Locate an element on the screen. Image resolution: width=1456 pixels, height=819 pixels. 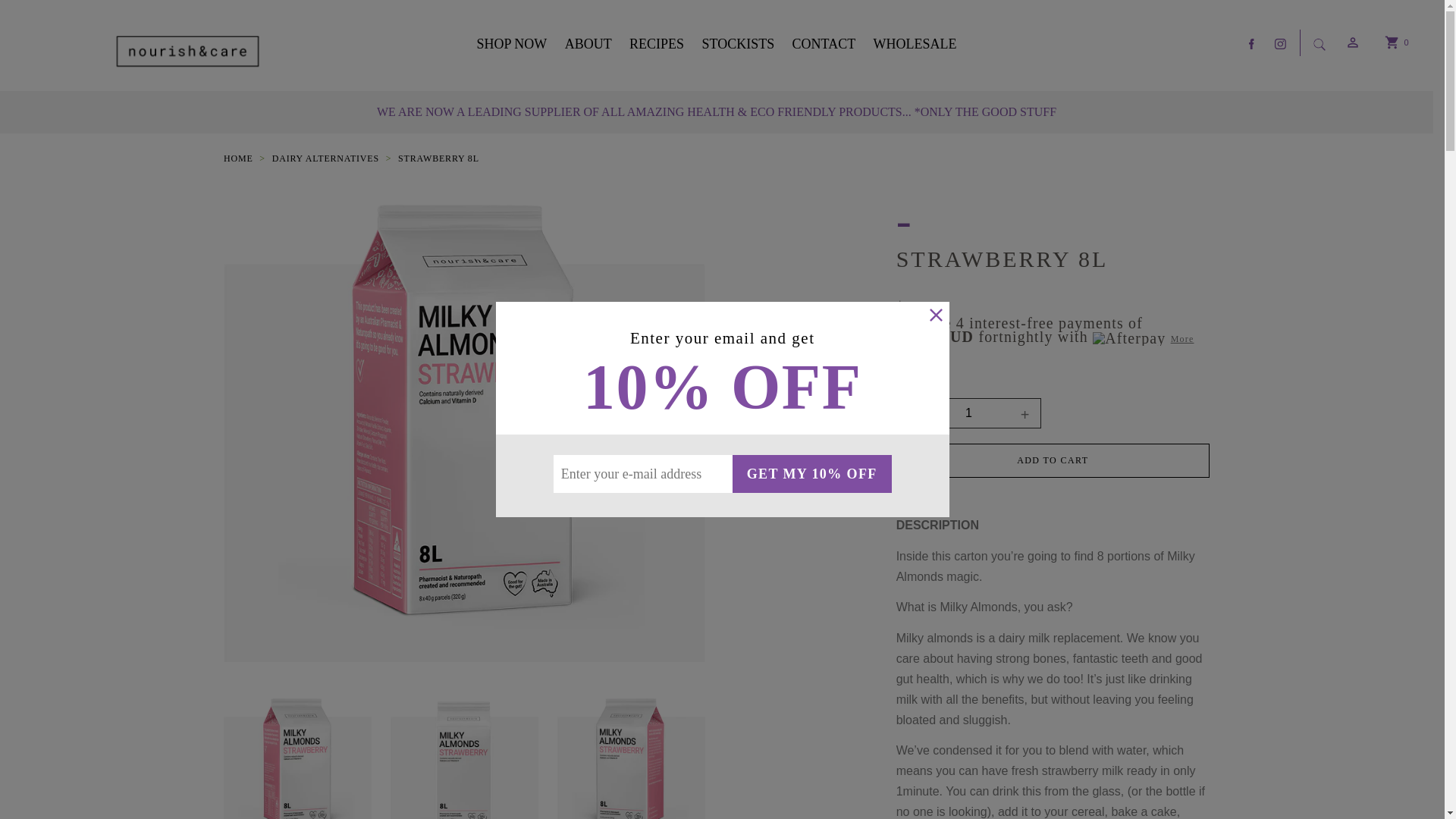
'GET MY 10% OFF' is located at coordinates (811, 472).